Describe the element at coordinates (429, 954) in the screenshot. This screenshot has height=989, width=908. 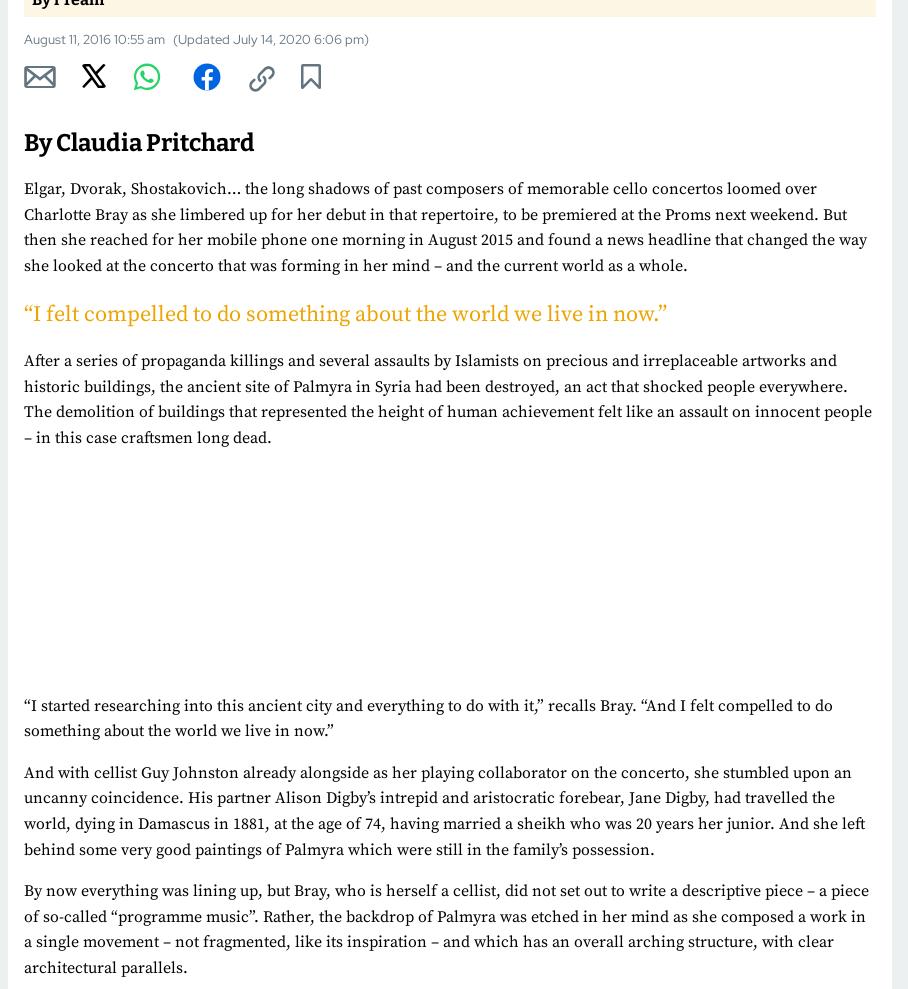
I see `'like its inspiration – and which has an overall arching structure, with clear architectural parallels.'` at that location.